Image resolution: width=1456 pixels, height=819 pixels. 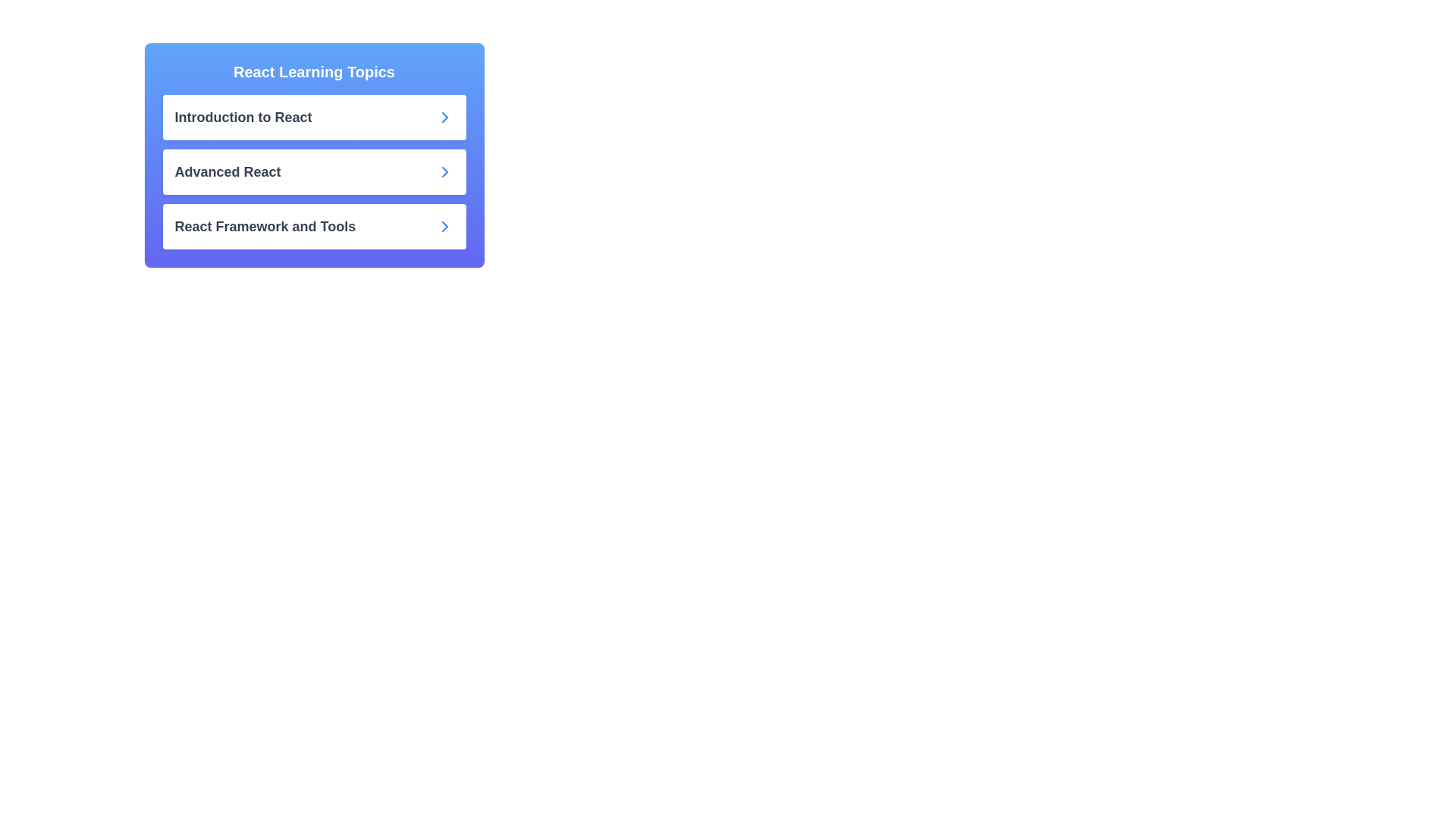 I want to click on arrow icon next to Advanced React to expand or collapse its details, so click(x=444, y=171).